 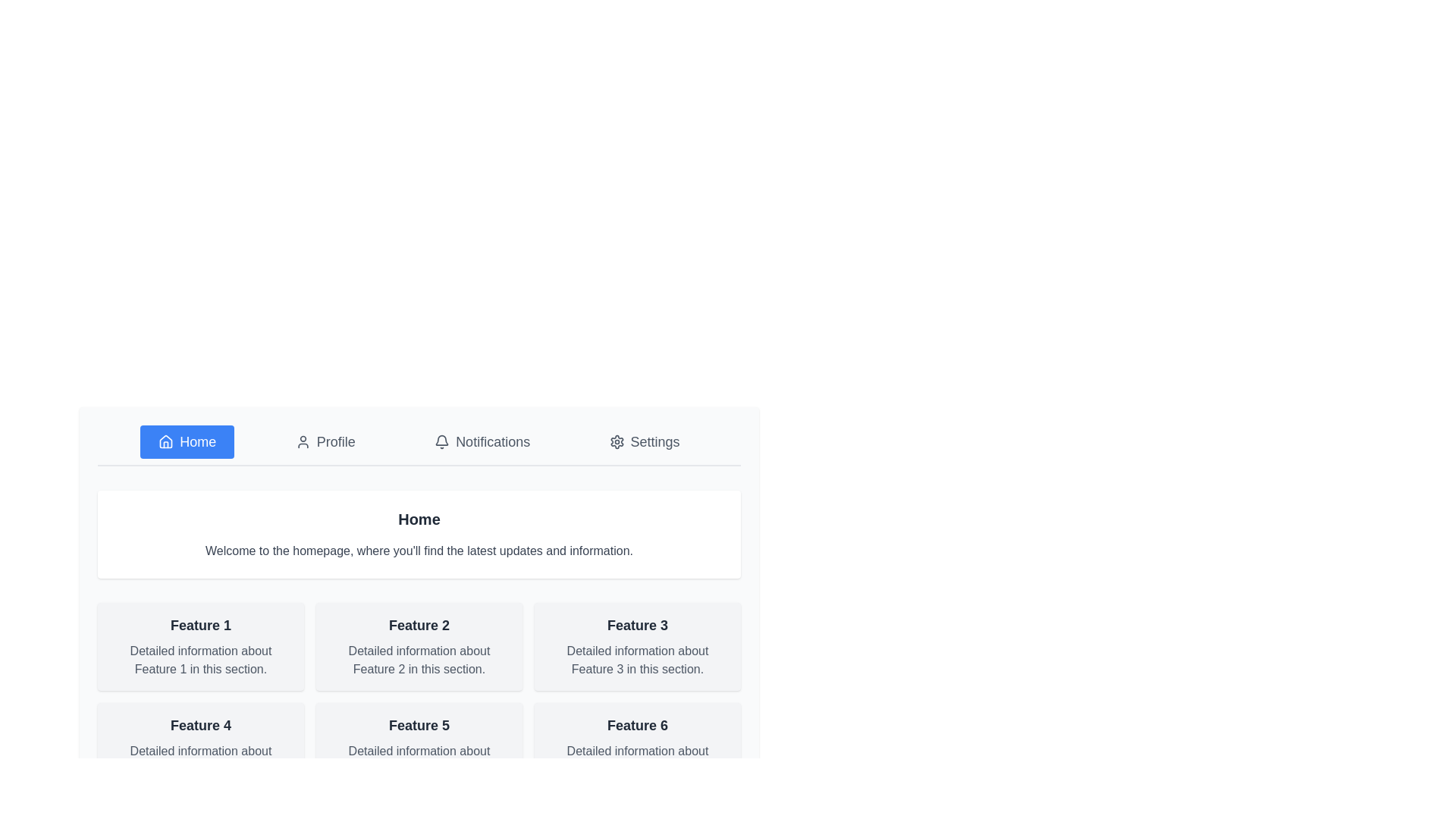 I want to click on the user profile icon in the menu bar, which is styled in an outlined fashion with a circular head and body shape, indicating its inactive state with gray color, so click(x=303, y=441).